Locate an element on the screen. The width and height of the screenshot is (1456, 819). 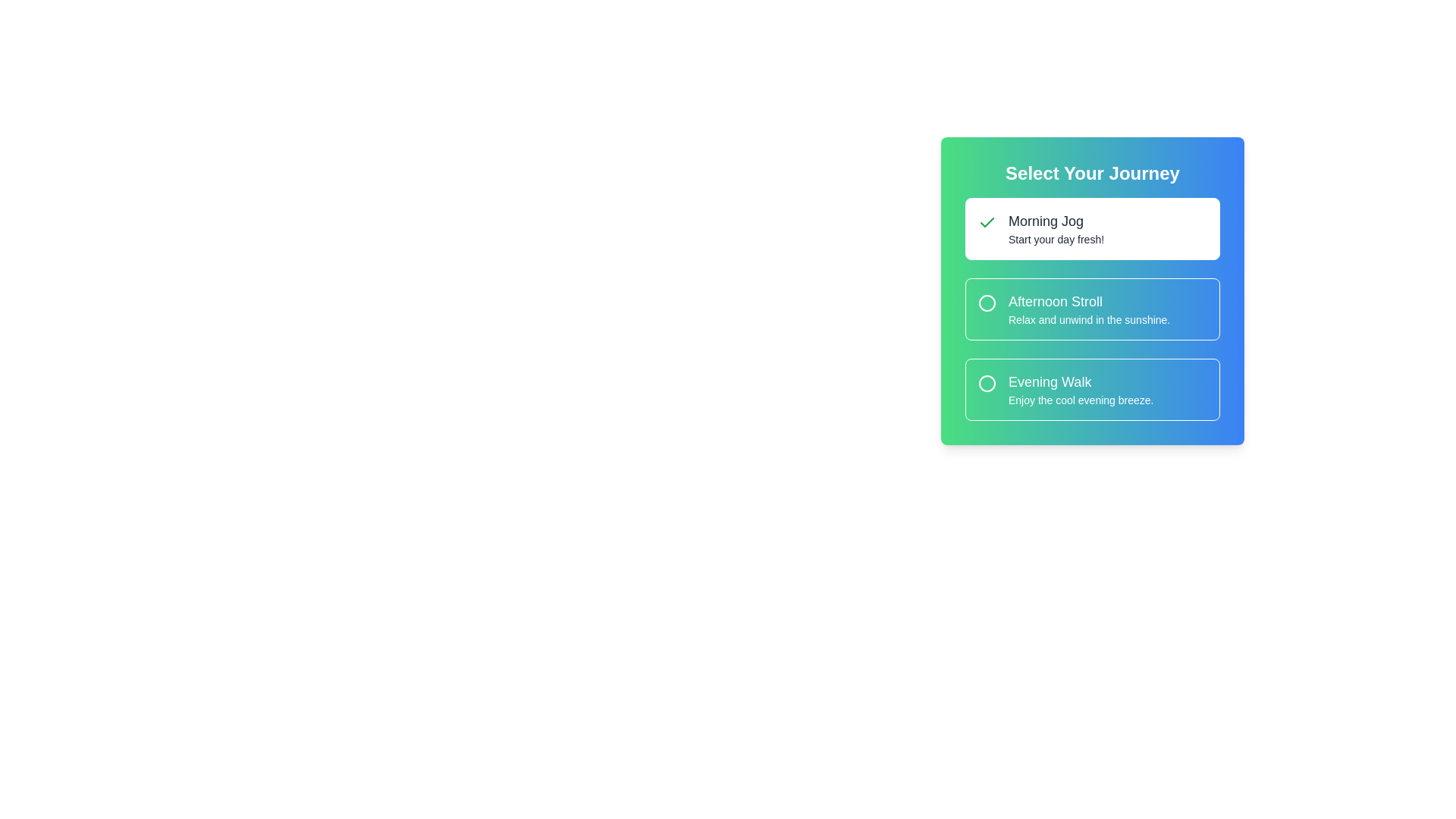
the text label displaying 'Evening Walk', which is styled in bold white font against a blue-to-green gradient background, located in the upper section of its option block is located at coordinates (1080, 381).